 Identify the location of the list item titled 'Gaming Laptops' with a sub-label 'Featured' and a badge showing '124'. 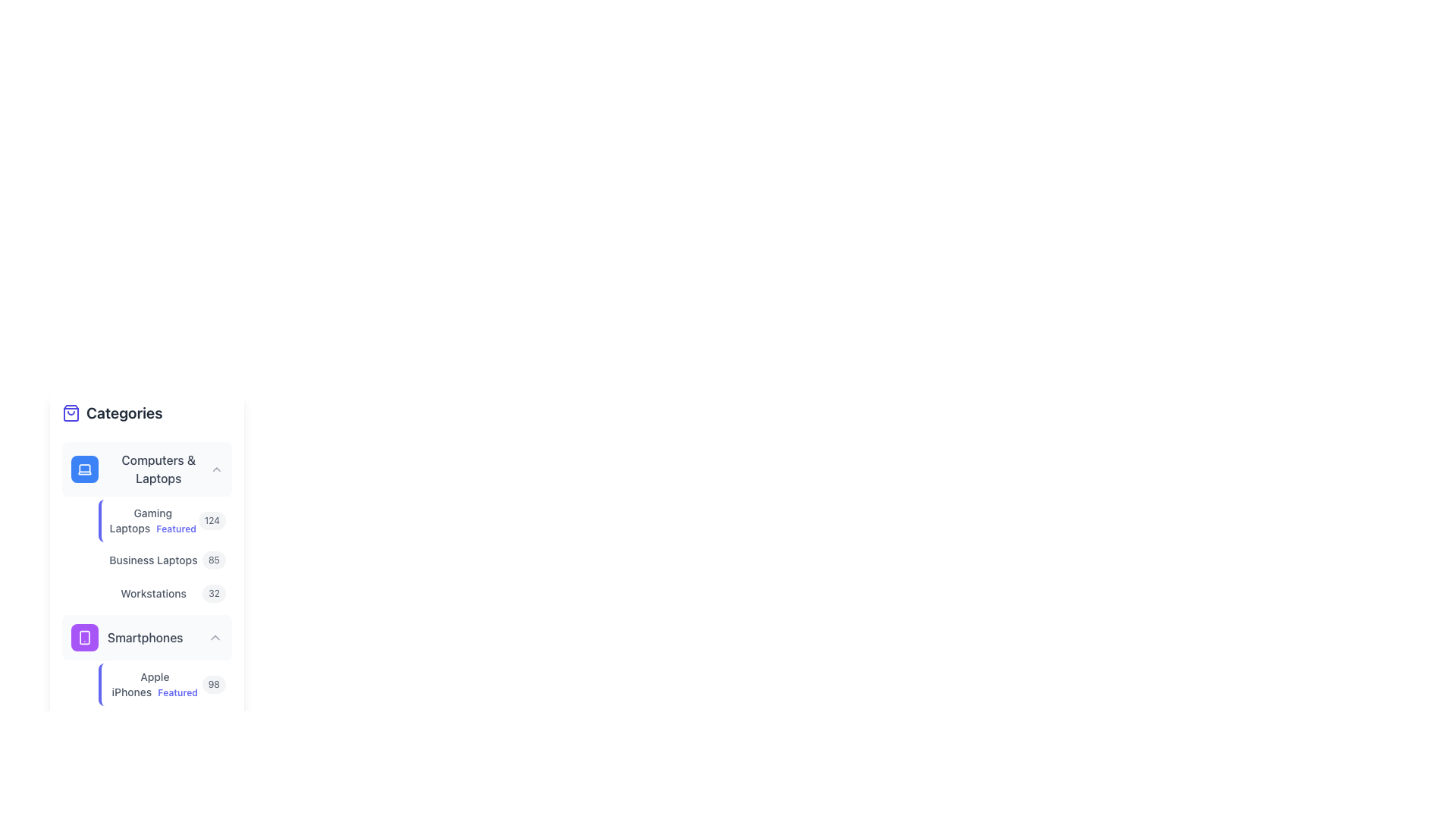
(165, 519).